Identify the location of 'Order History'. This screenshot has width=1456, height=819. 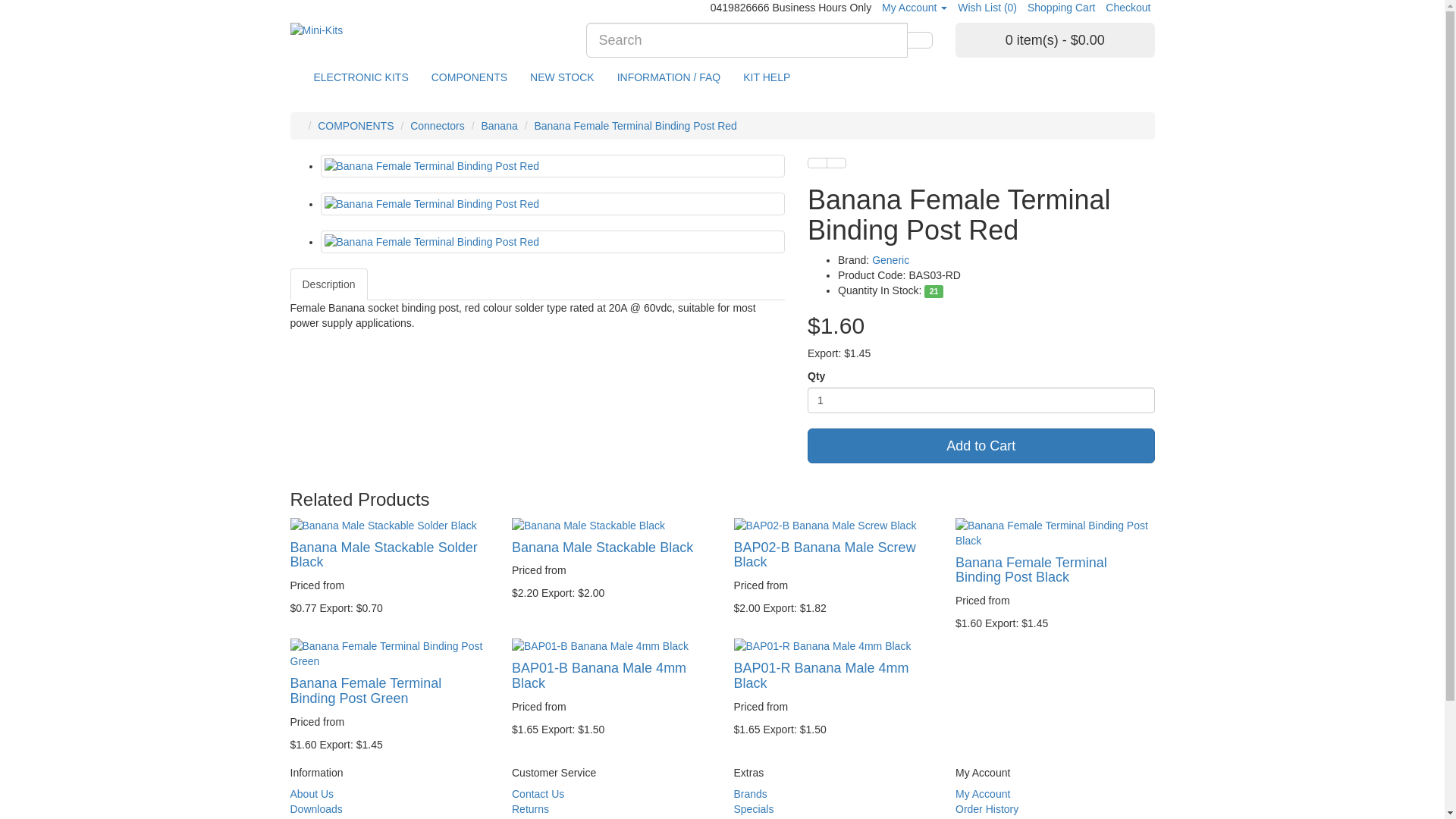
(987, 808).